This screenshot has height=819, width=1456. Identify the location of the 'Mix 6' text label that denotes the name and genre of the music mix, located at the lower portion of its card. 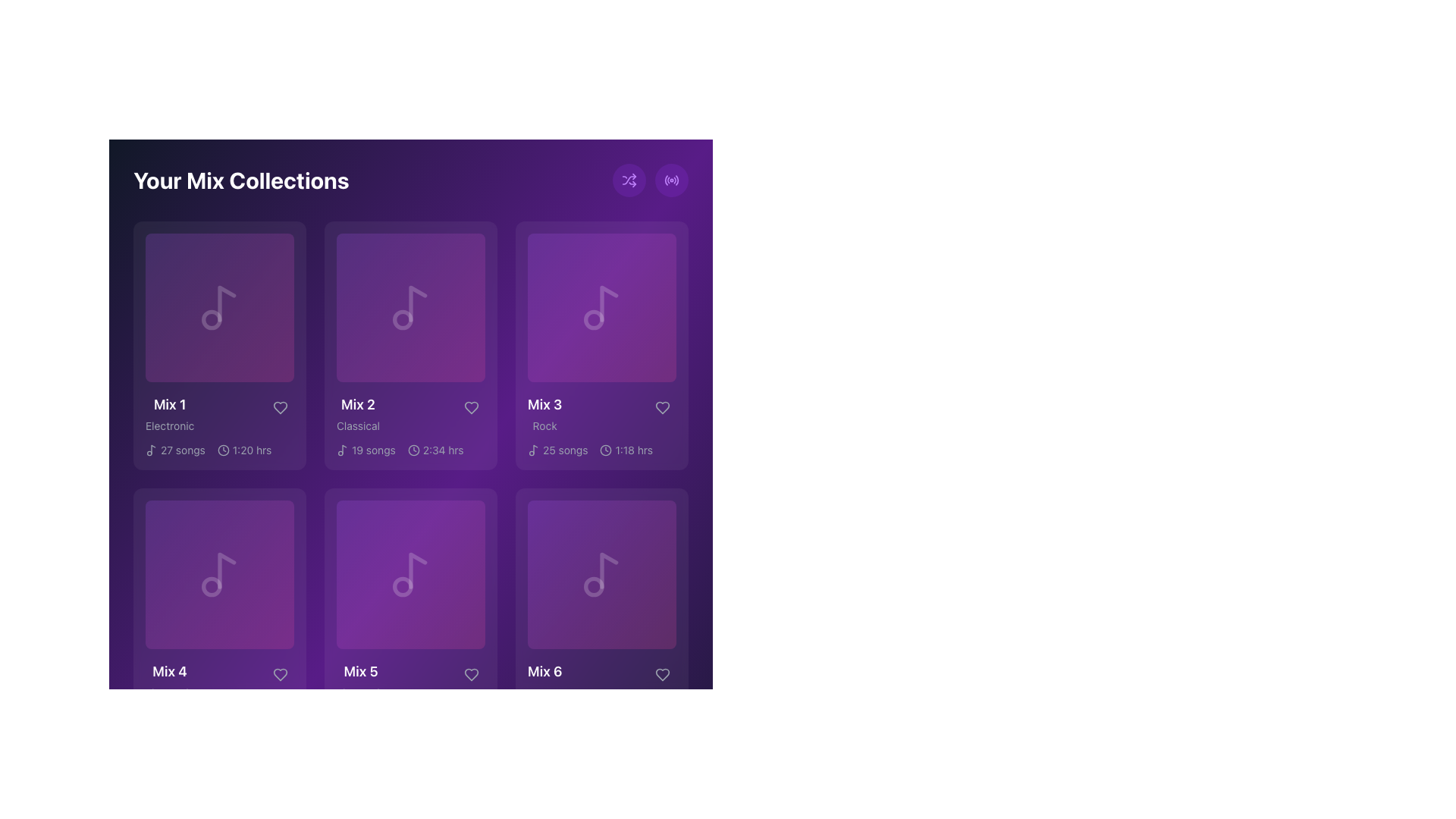
(601, 680).